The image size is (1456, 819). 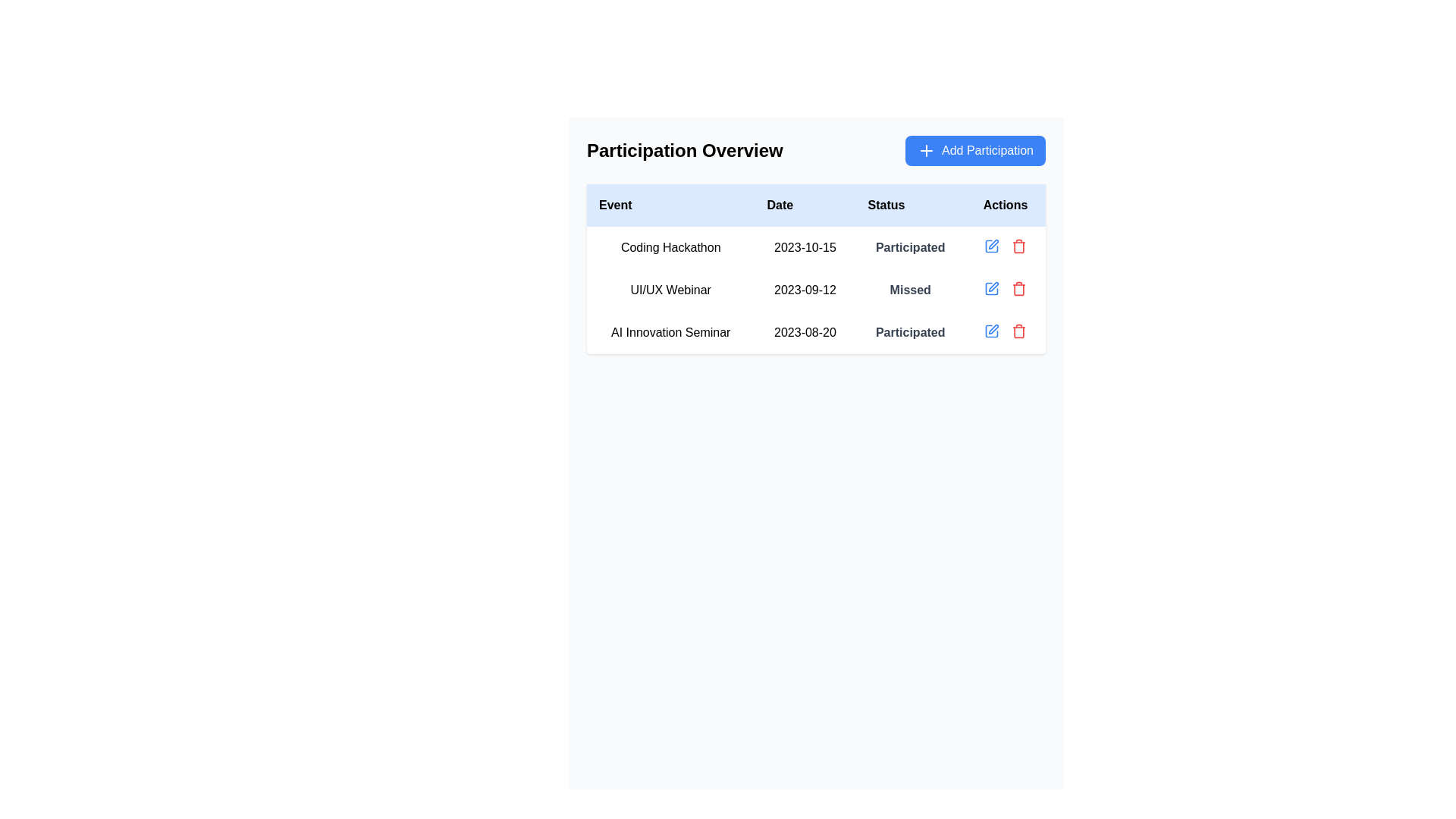 What do you see at coordinates (815, 290) in the screenshot?
I see `the second row of the participation overview table that shows details about the 'UI/UX Webinar' event` at bounding box center [815, 290].